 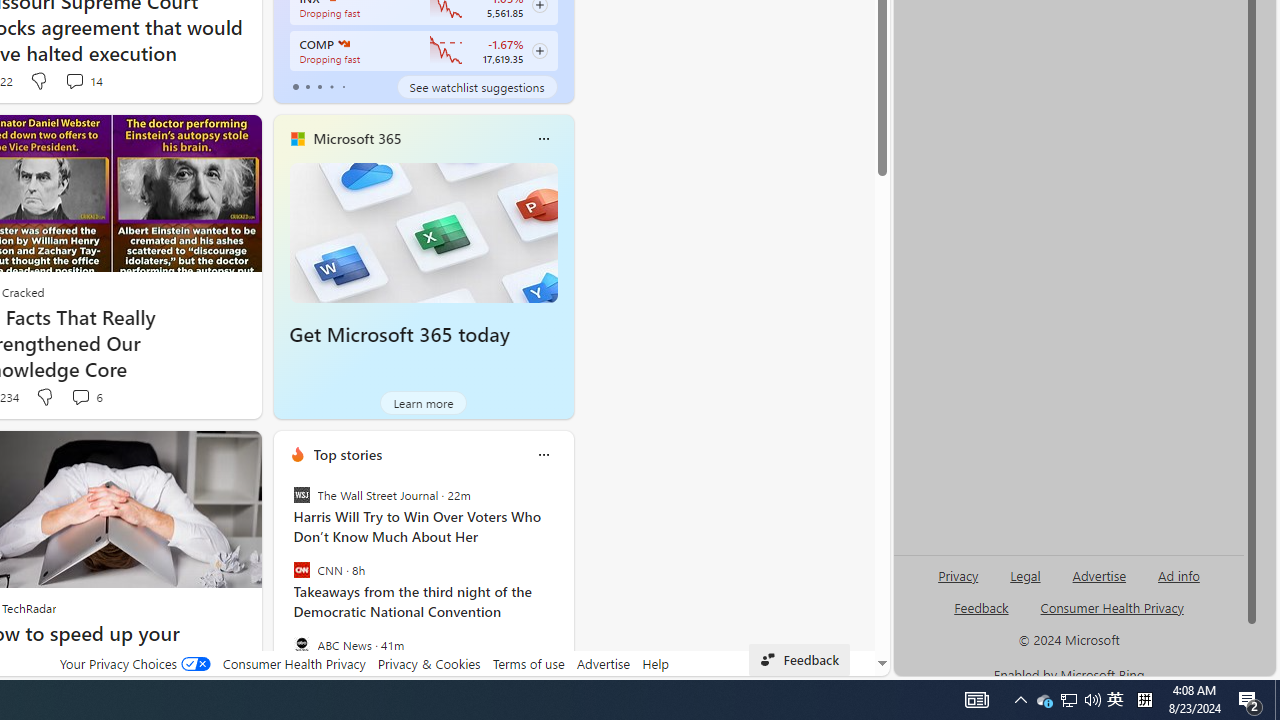 I want to click on 'Class: follow-button  m', so click(x=539, y=50).